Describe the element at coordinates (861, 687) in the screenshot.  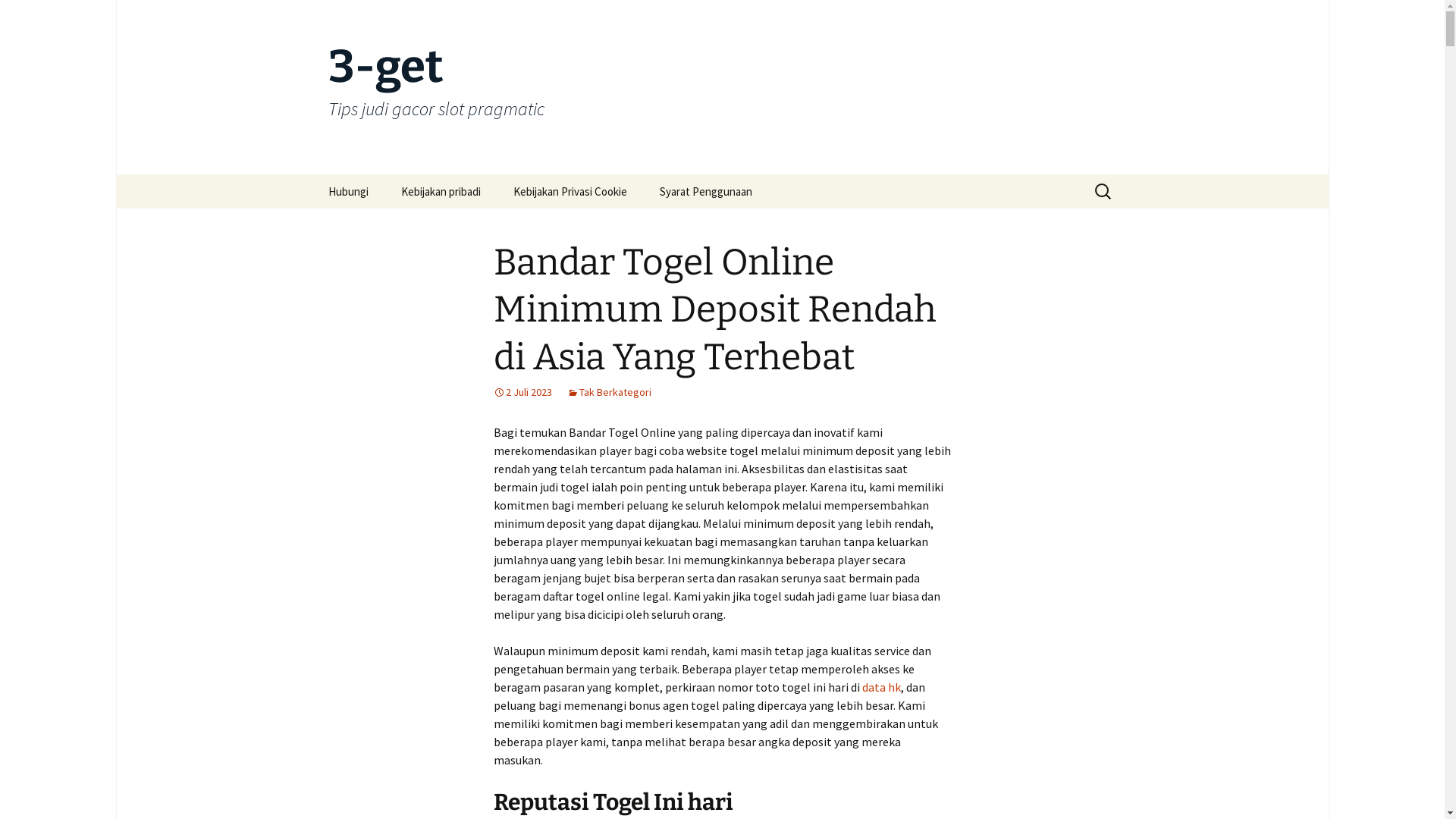
I see `'data hk'` at that location.